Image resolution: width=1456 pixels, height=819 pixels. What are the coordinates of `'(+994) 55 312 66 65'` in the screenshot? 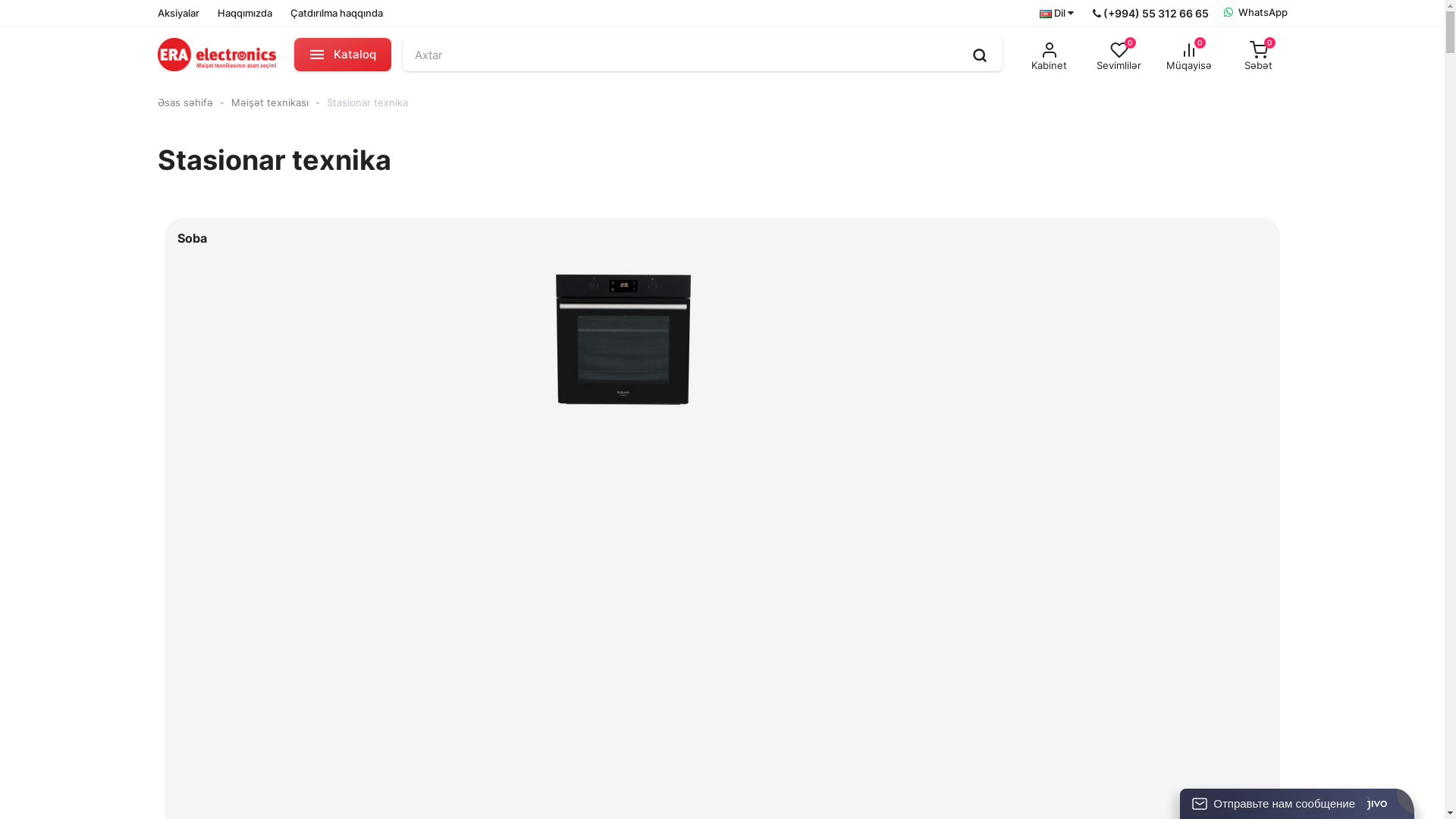 It's located at (1092, 12).